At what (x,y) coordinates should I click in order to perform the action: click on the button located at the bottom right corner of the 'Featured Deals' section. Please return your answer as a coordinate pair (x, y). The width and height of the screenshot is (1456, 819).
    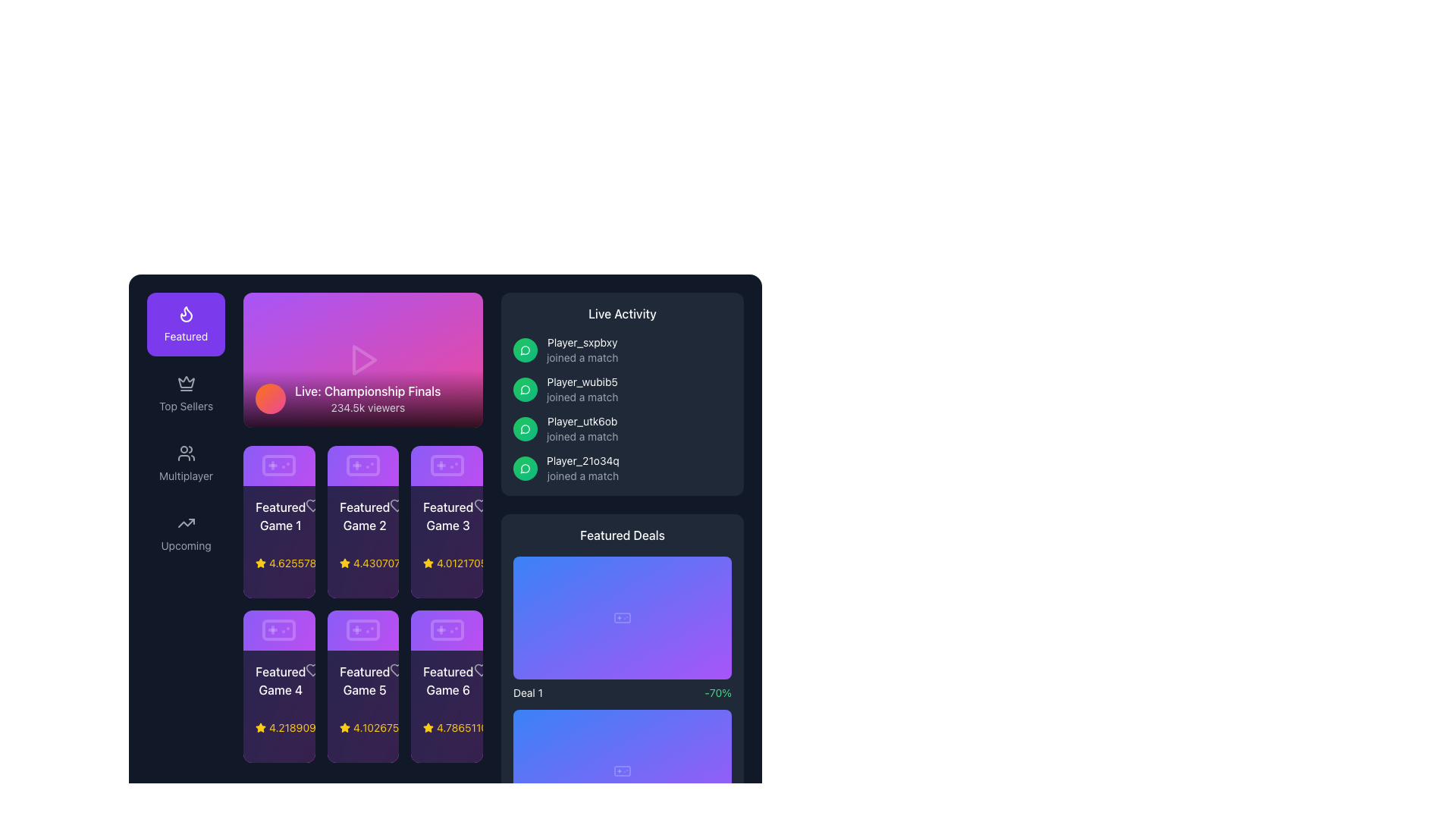
    Looking at the image, I should click on (737, 727).